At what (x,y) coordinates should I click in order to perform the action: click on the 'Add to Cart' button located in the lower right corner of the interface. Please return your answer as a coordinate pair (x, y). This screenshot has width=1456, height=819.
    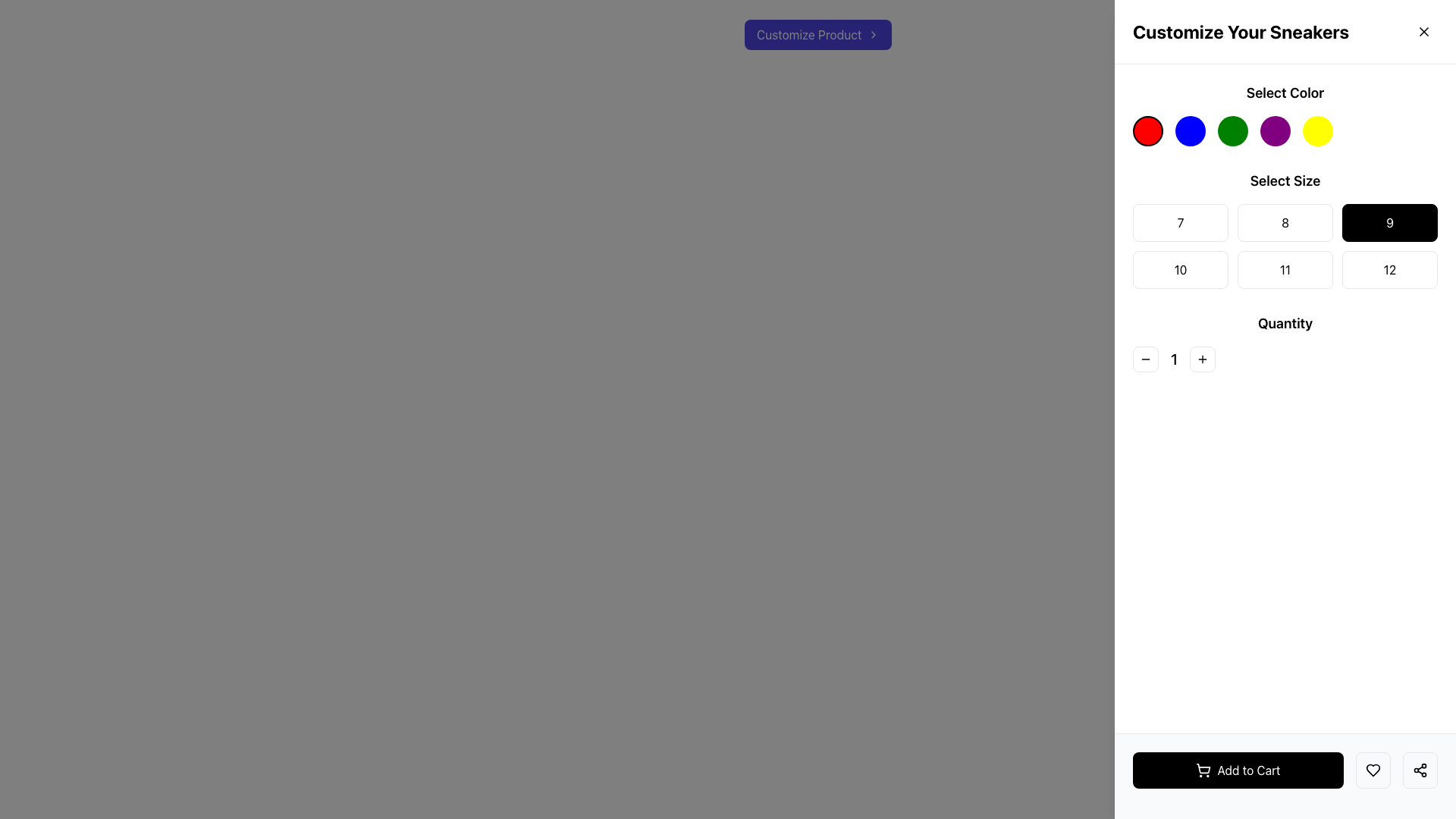
    Looking at the image, I should click on (1238, 770).